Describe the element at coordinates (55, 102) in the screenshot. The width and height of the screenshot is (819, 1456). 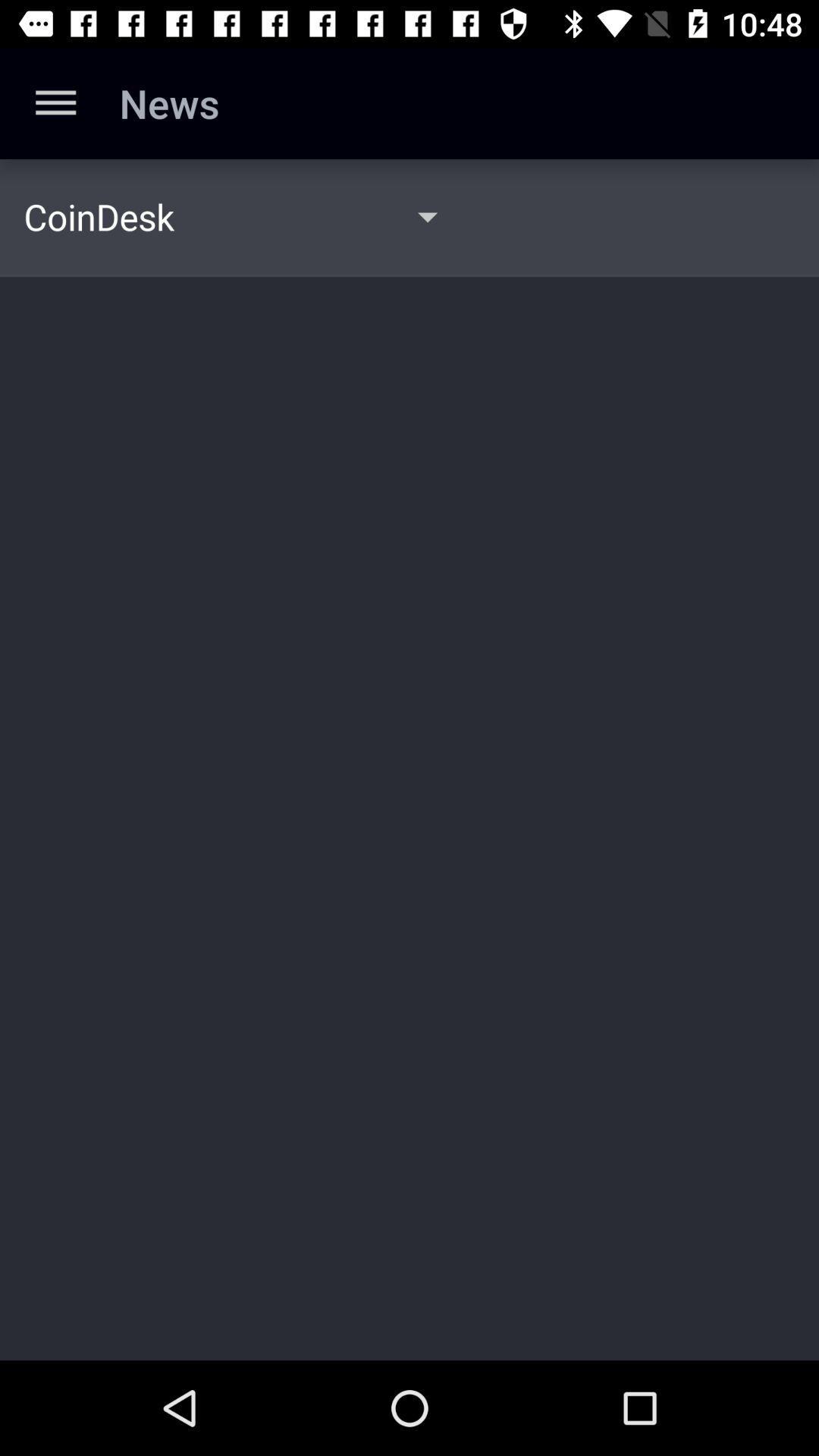
I see `the icon next to news item` at that location.